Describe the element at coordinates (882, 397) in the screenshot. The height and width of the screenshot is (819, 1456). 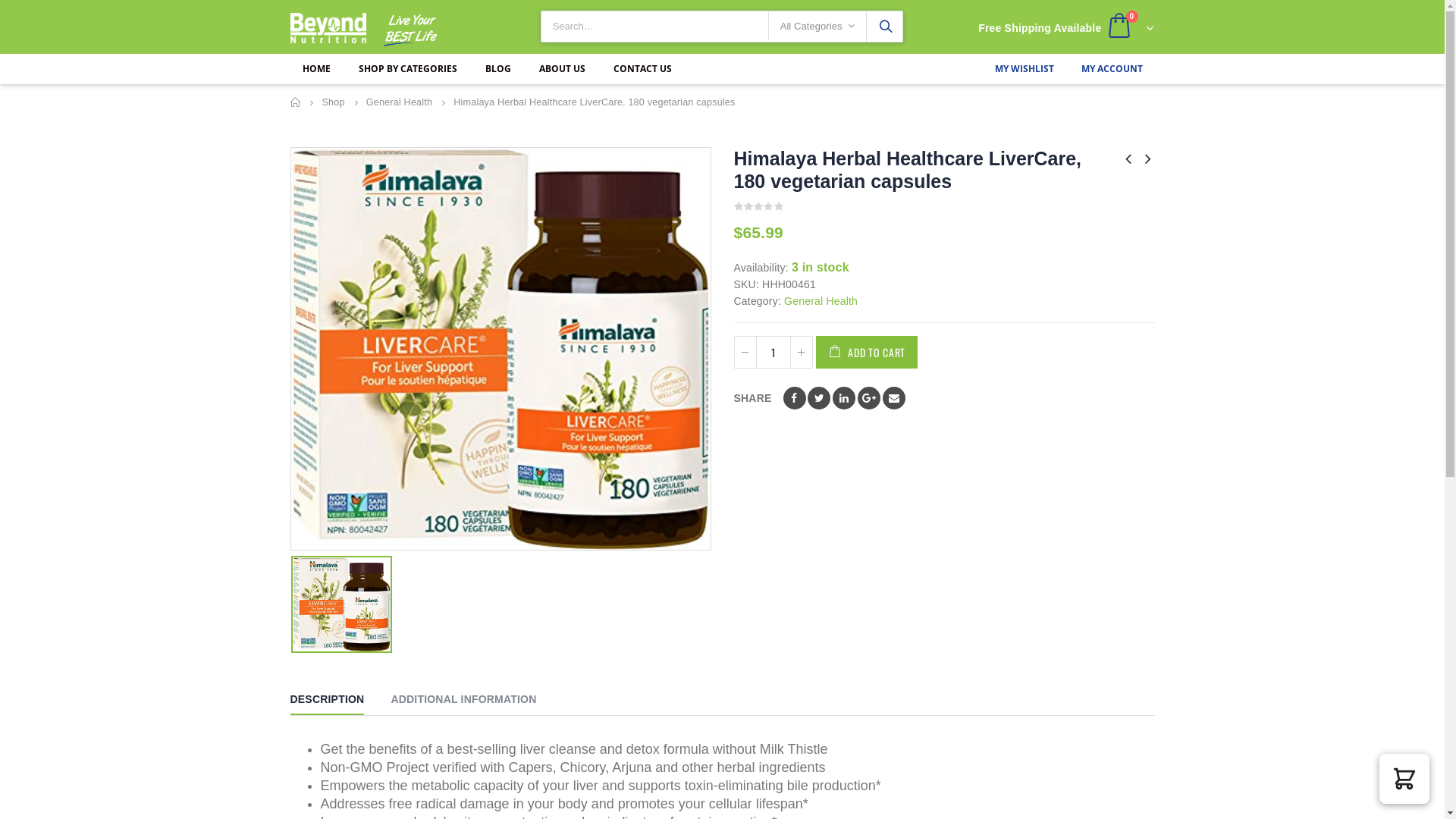
I see `'Email'` at that location.